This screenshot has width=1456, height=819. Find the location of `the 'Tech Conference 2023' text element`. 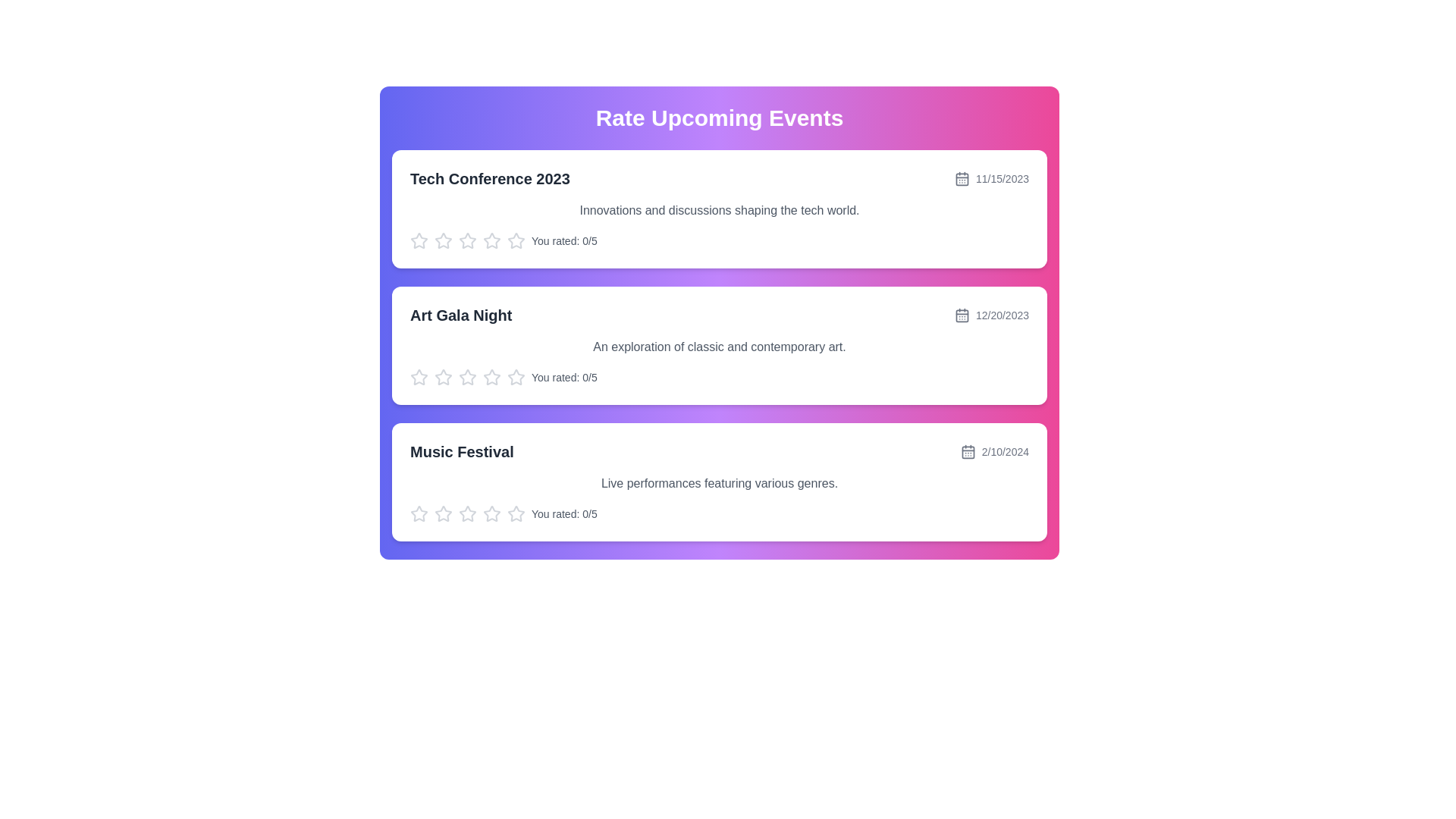

the 'Tech Conference 2023' text element is located at coordinates (490, 177).